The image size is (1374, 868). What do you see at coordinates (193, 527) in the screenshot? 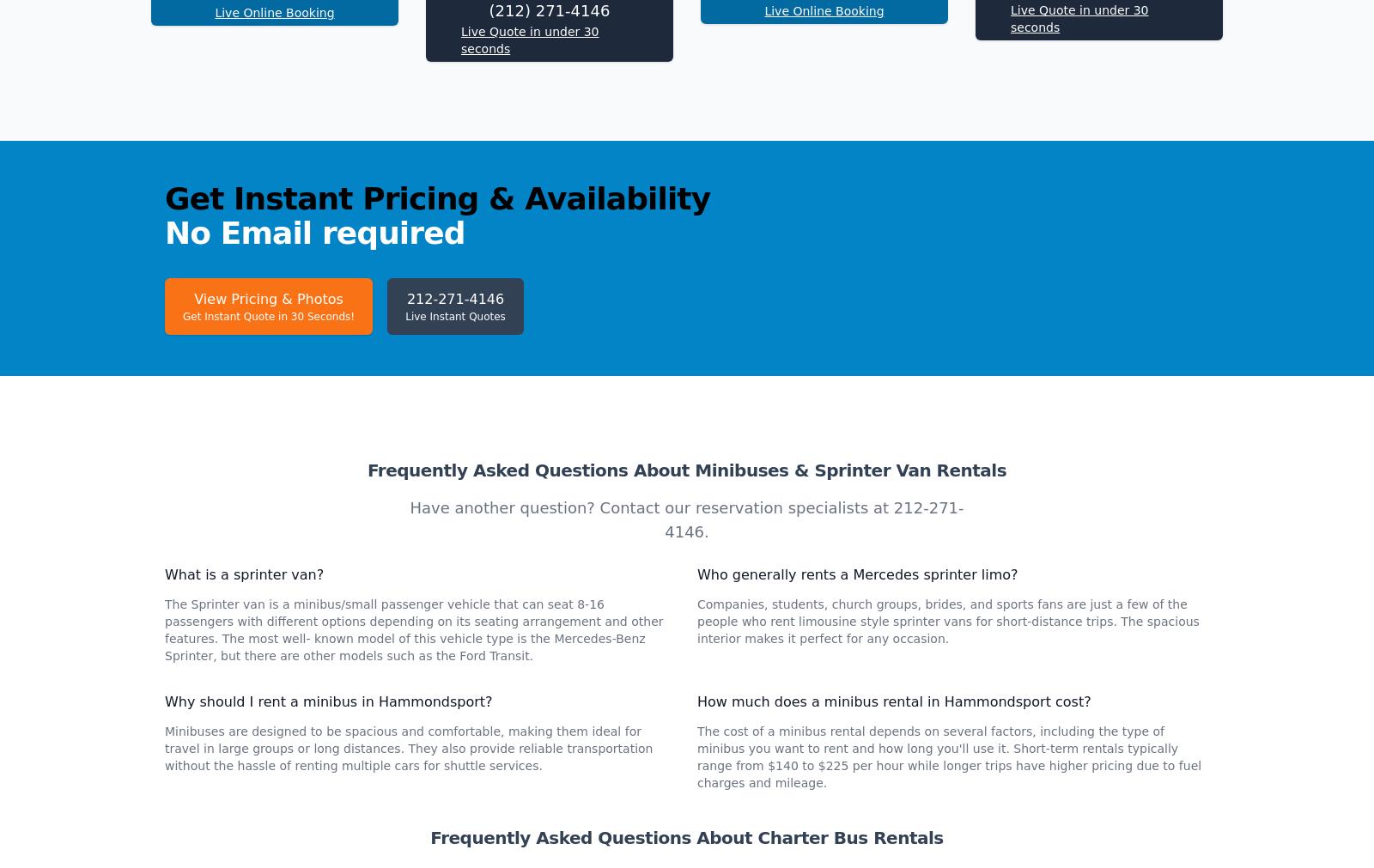
I see `'View Pricing & Photos'` at bounding box center [193, 527].